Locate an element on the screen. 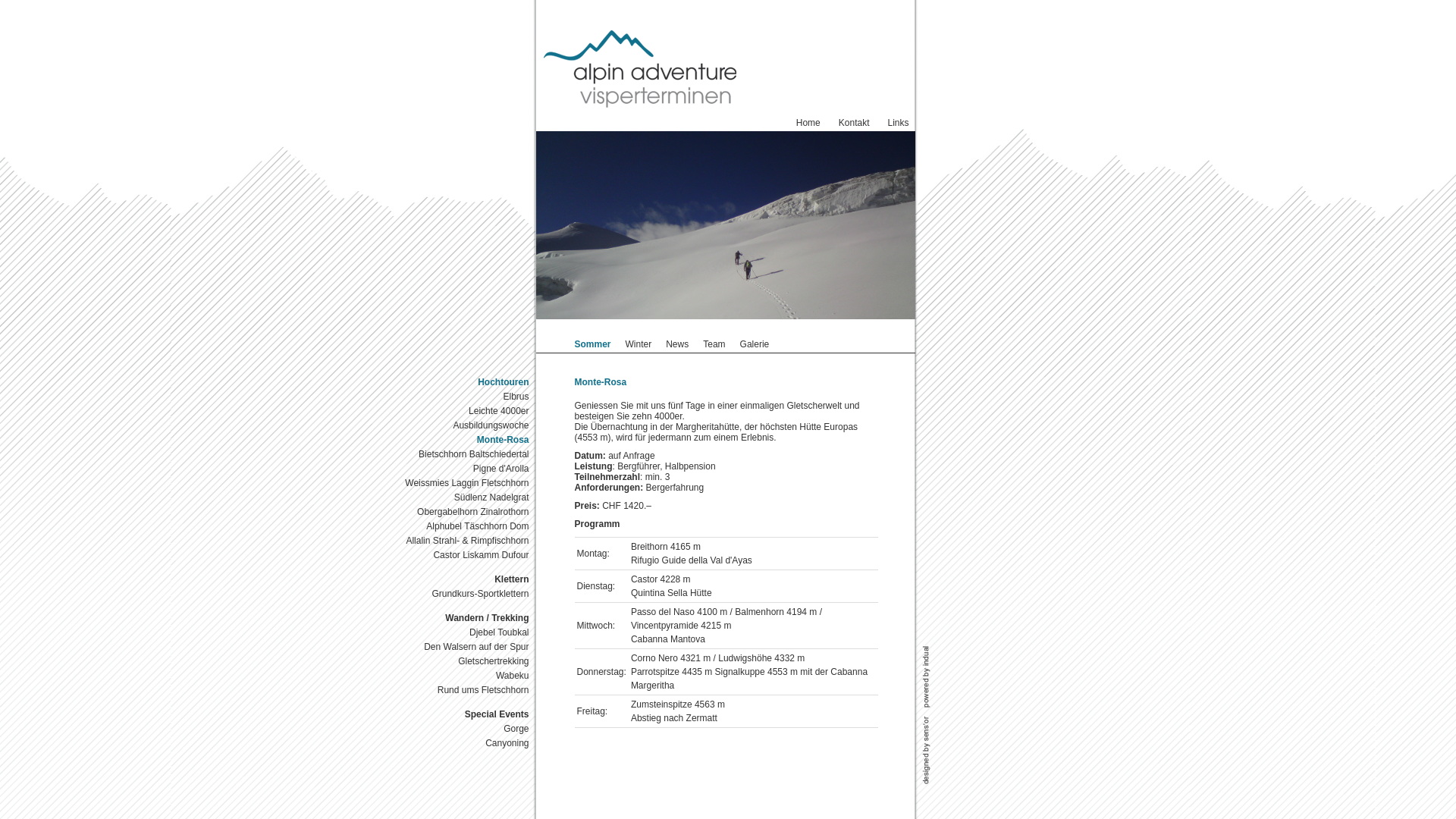 This screenshot has width=1456, height=819. 'Team' is located at coordinates (713, 344).